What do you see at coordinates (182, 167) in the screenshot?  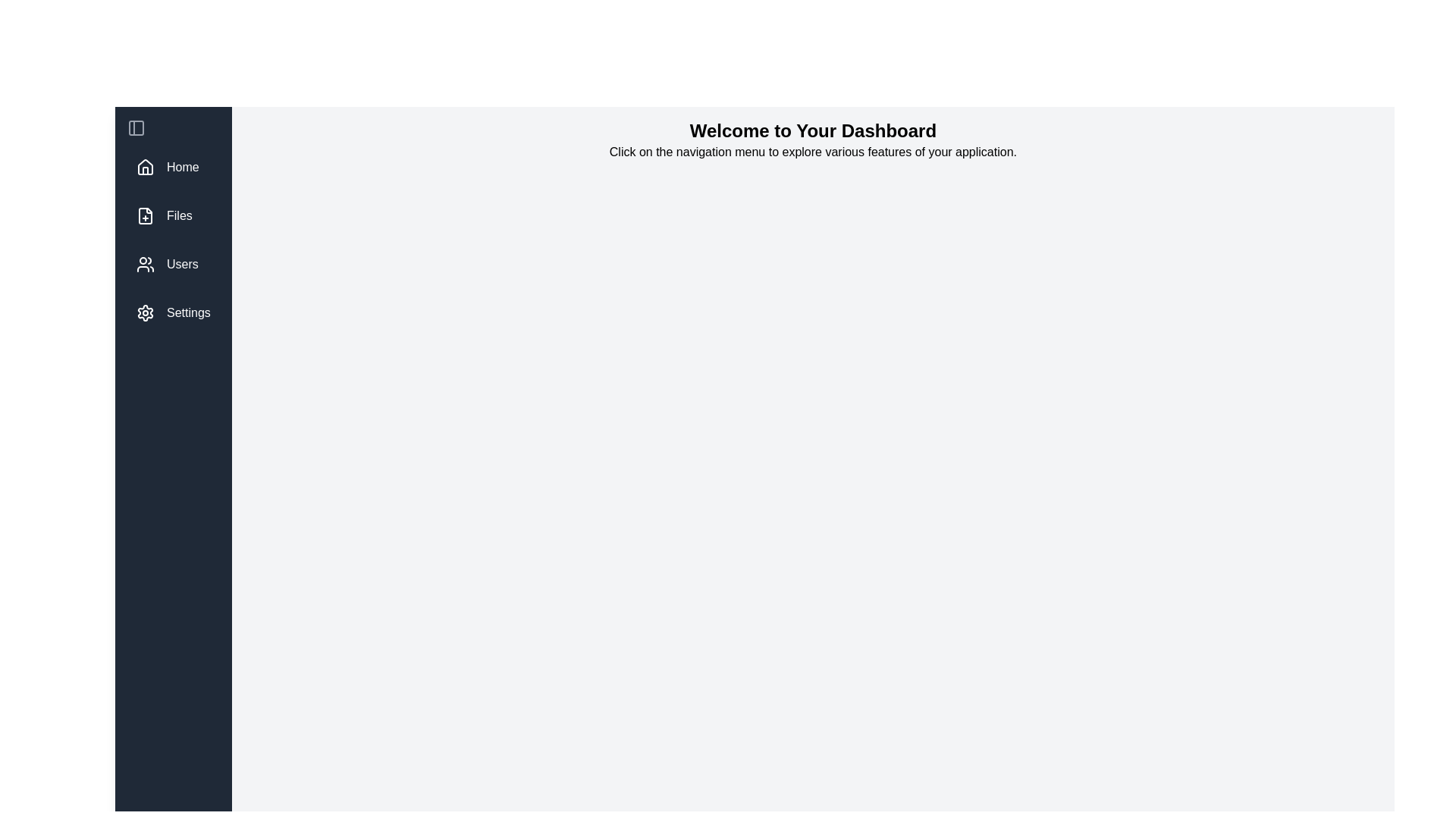 I see `the first text label in the left-hand vertical navigation bar, which serves as a navigation link to the home or dashboard view` at bounding box center [182, 167].